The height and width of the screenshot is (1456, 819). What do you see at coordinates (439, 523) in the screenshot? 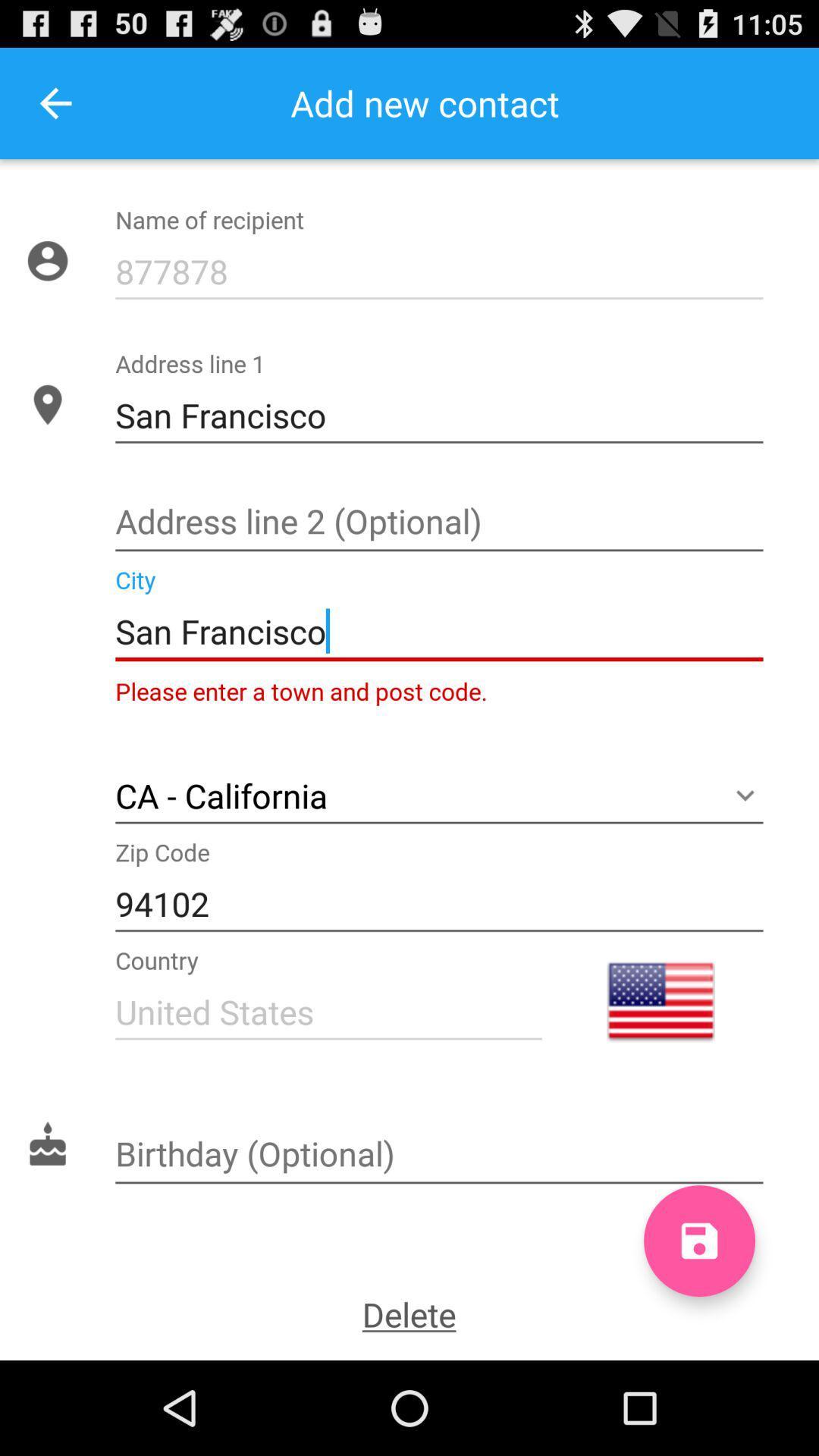
I see `address line 2 textbox` at bounding box center [439, 523].